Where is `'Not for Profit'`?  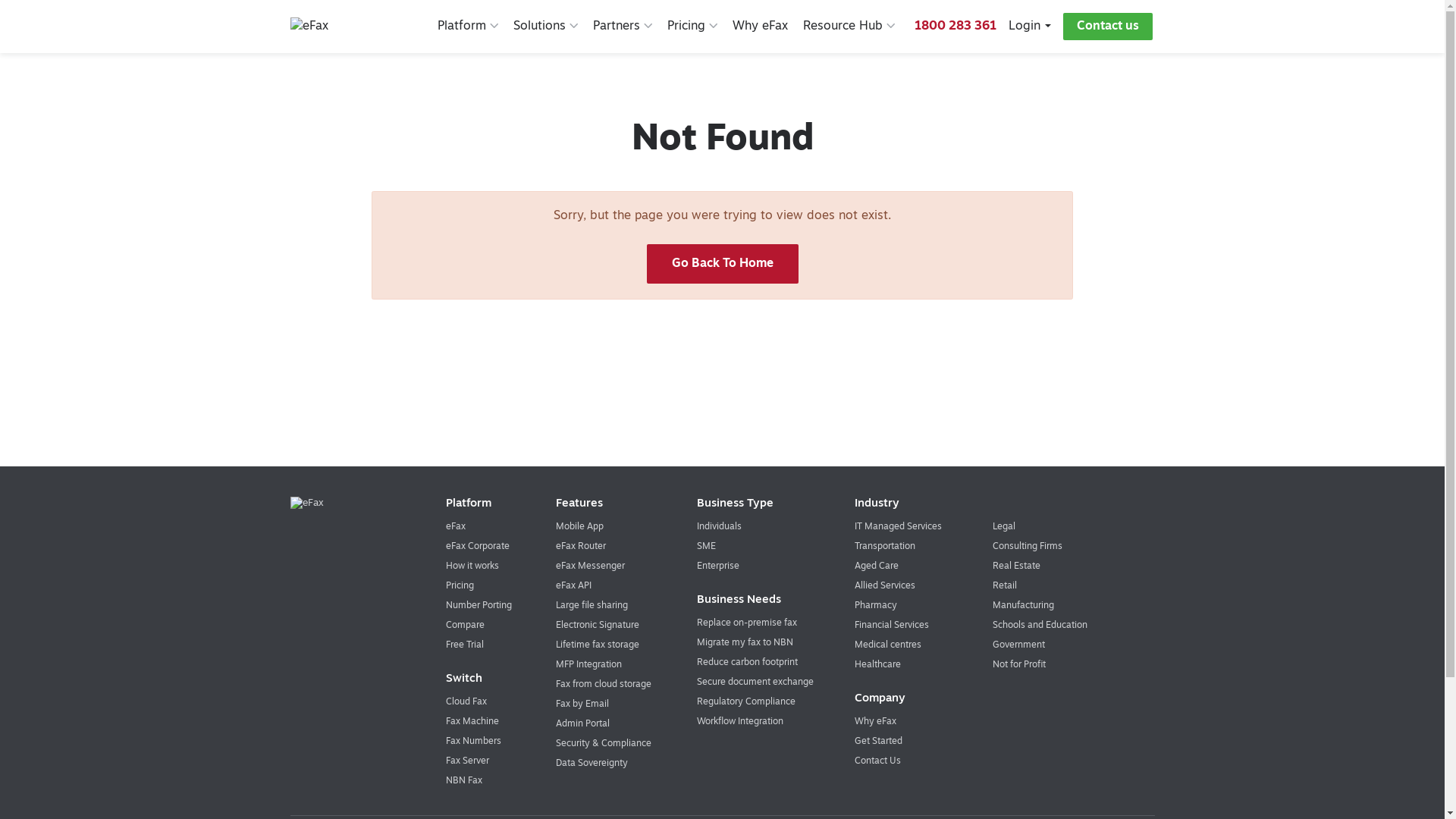 'Not for Profit' is located at coordinates (1019, 664).